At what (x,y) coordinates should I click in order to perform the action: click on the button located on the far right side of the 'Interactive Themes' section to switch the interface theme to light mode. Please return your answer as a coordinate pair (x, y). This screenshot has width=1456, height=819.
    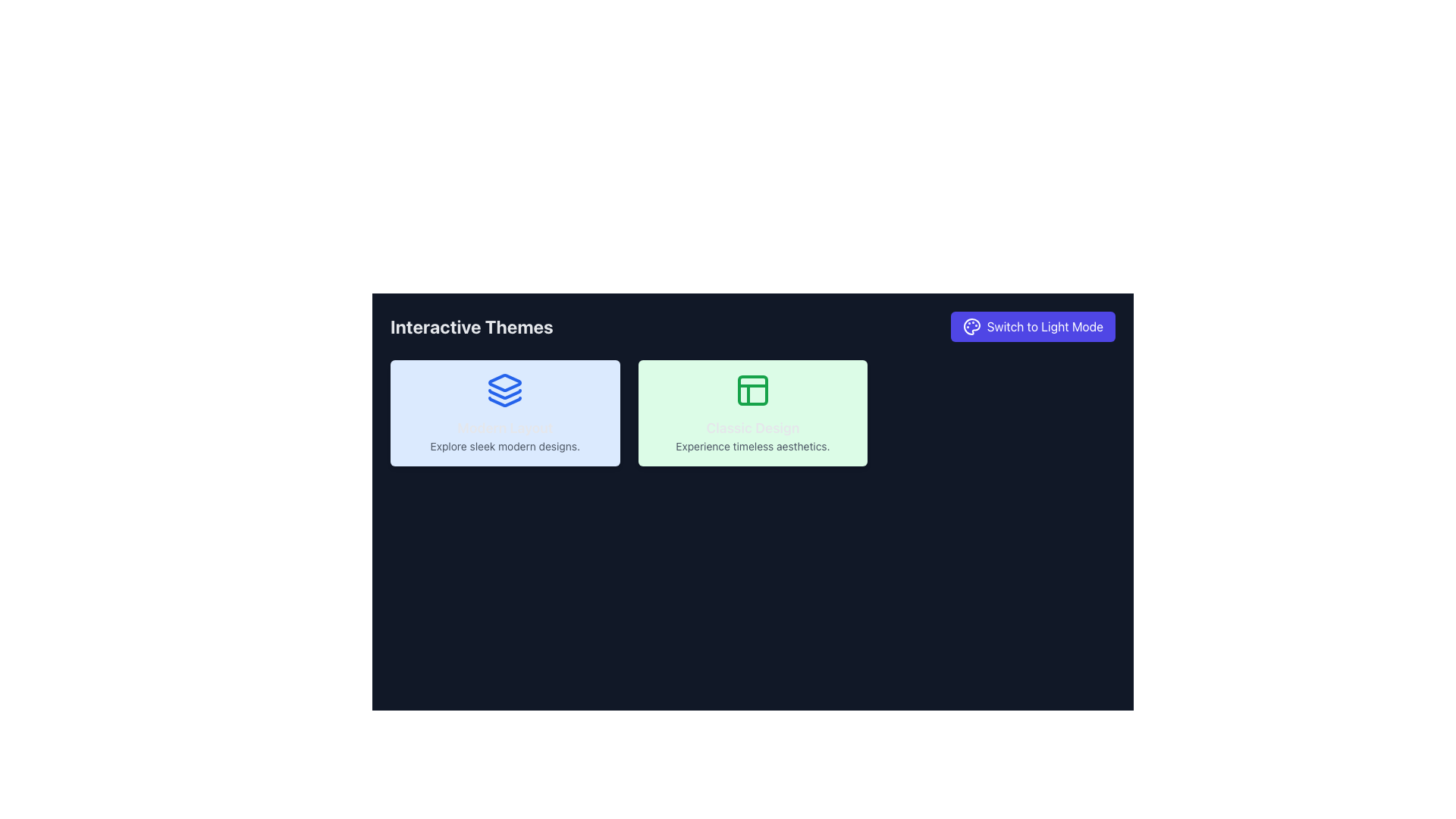
    Looking at the image, I should click on (1032, 326).